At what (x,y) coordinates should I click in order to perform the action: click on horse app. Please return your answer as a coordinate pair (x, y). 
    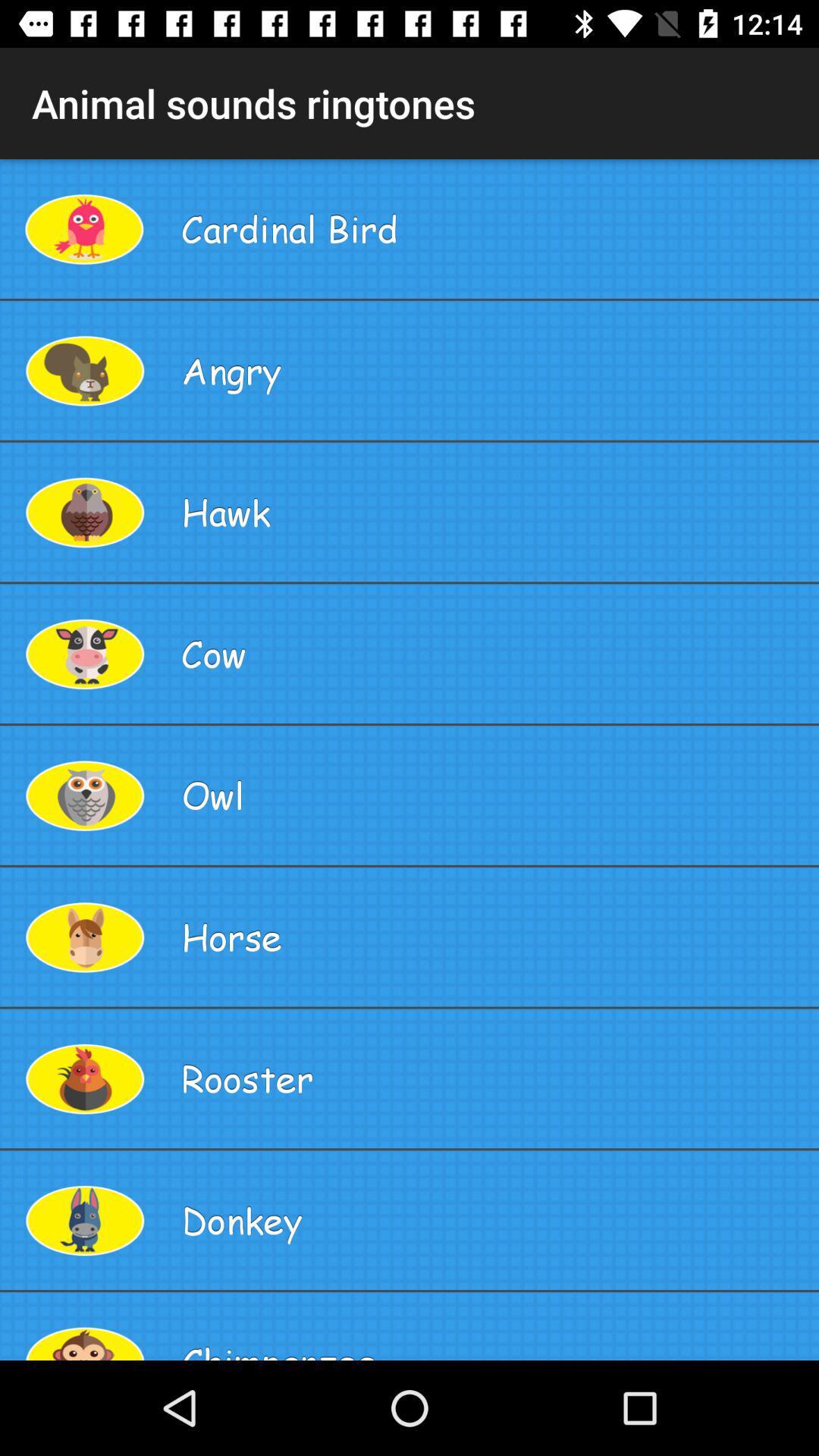
    Looking at the image, I should click on (494, 936).